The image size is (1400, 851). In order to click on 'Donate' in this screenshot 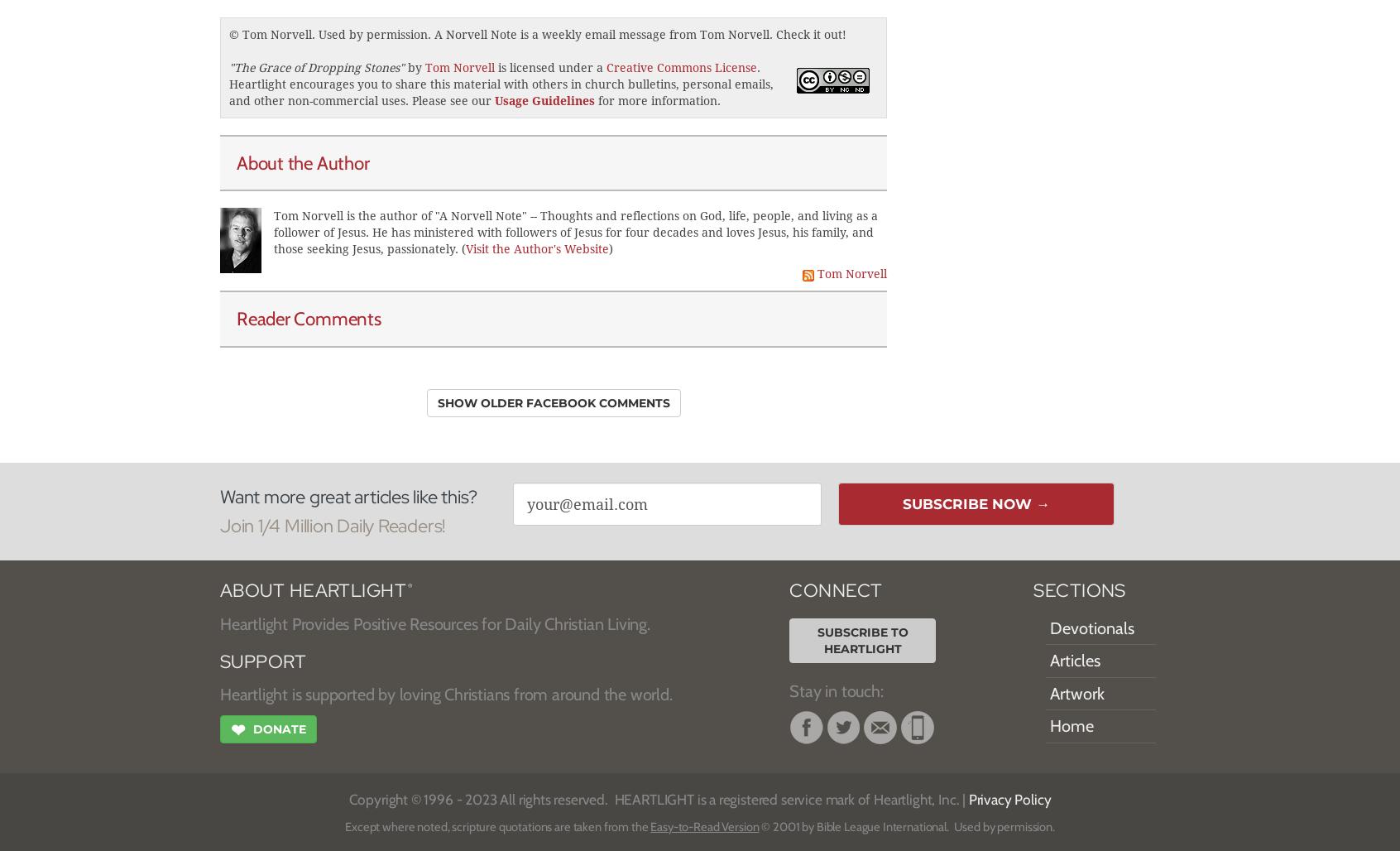, I will do `click(277, 727)`.